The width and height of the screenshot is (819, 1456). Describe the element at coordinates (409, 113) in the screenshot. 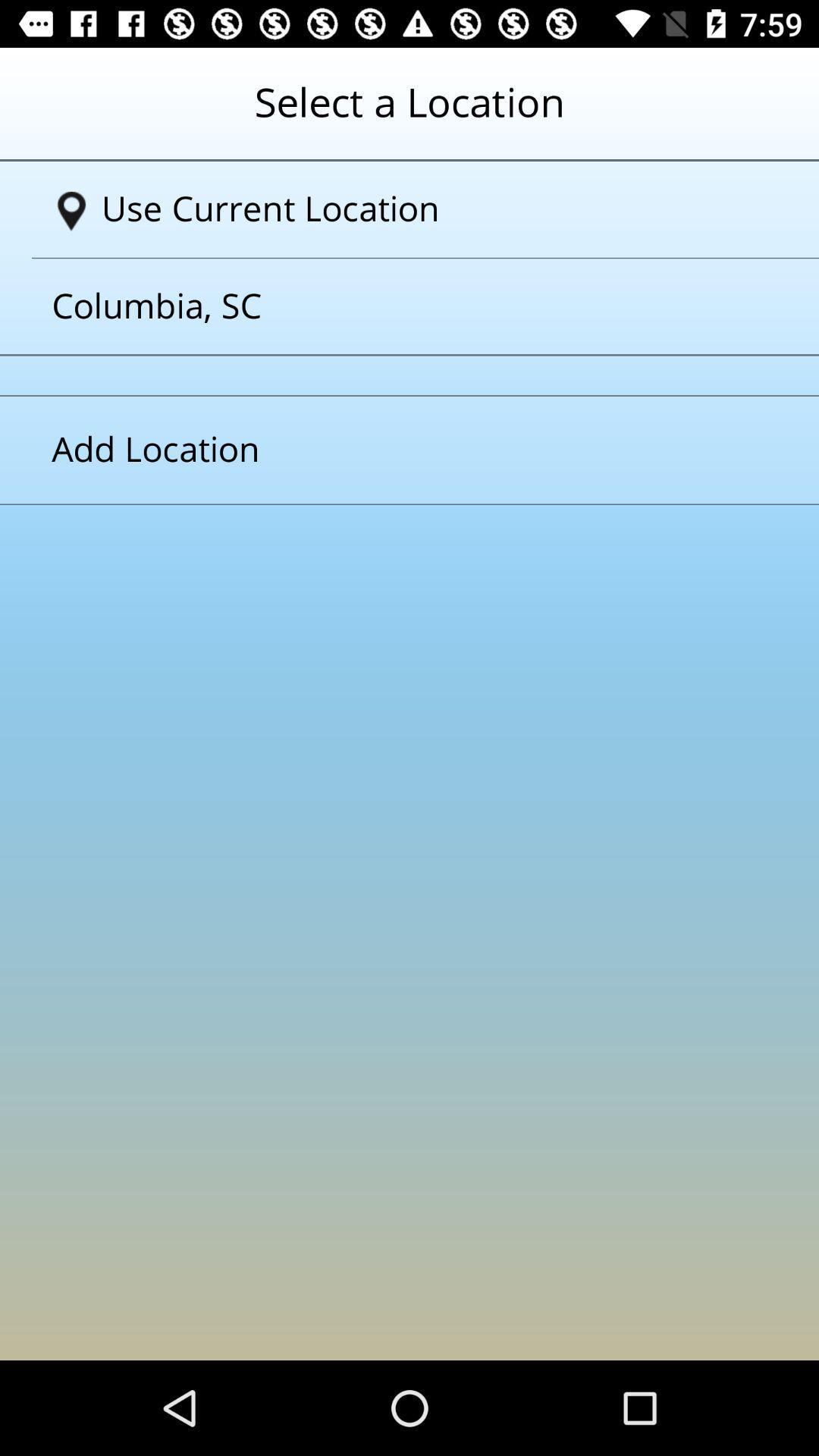

I see `the text which is on the top of the screen` at that location.